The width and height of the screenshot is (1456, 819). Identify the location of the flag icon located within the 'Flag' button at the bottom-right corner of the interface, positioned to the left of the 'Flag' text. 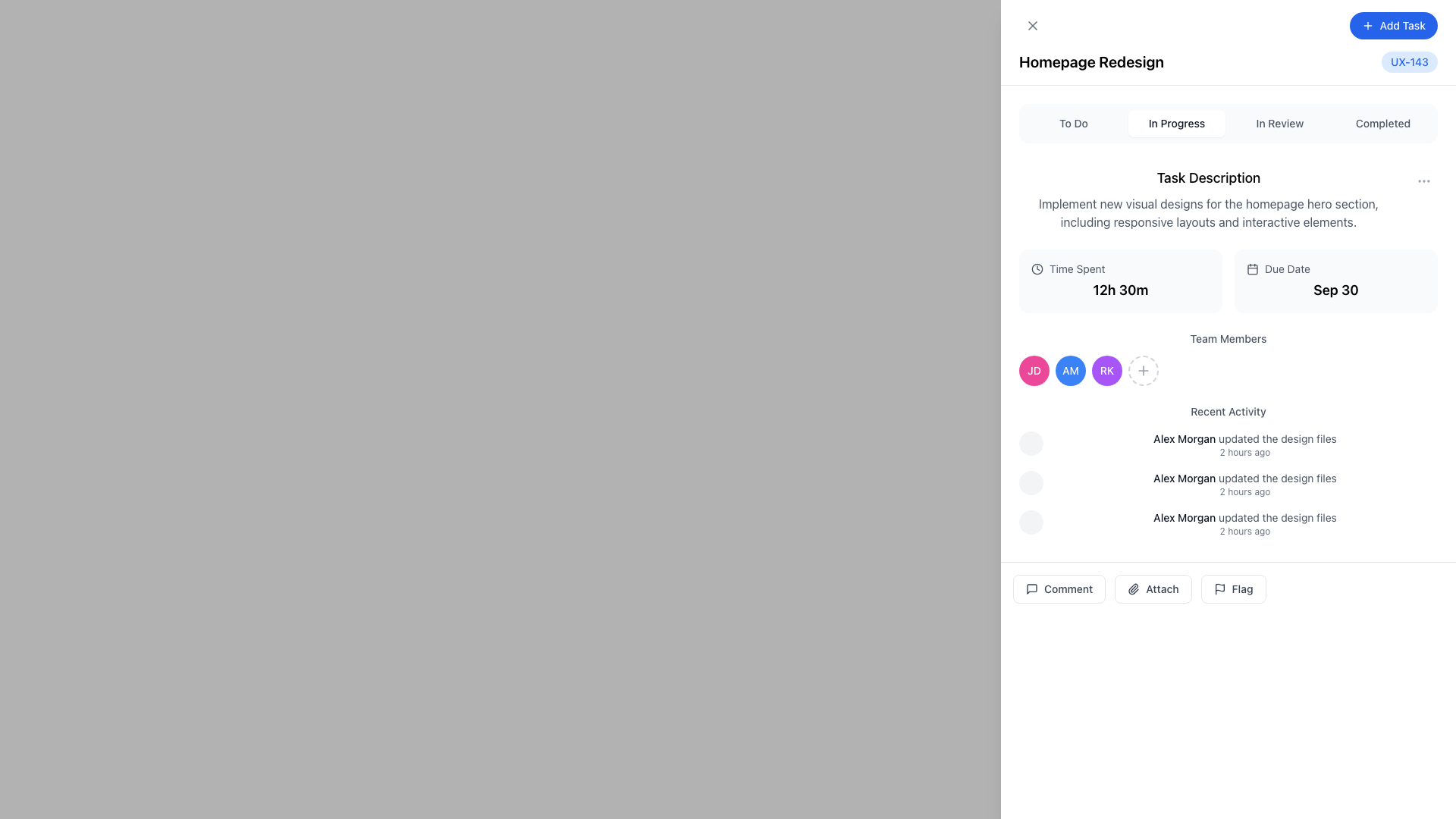
(1219, 588).